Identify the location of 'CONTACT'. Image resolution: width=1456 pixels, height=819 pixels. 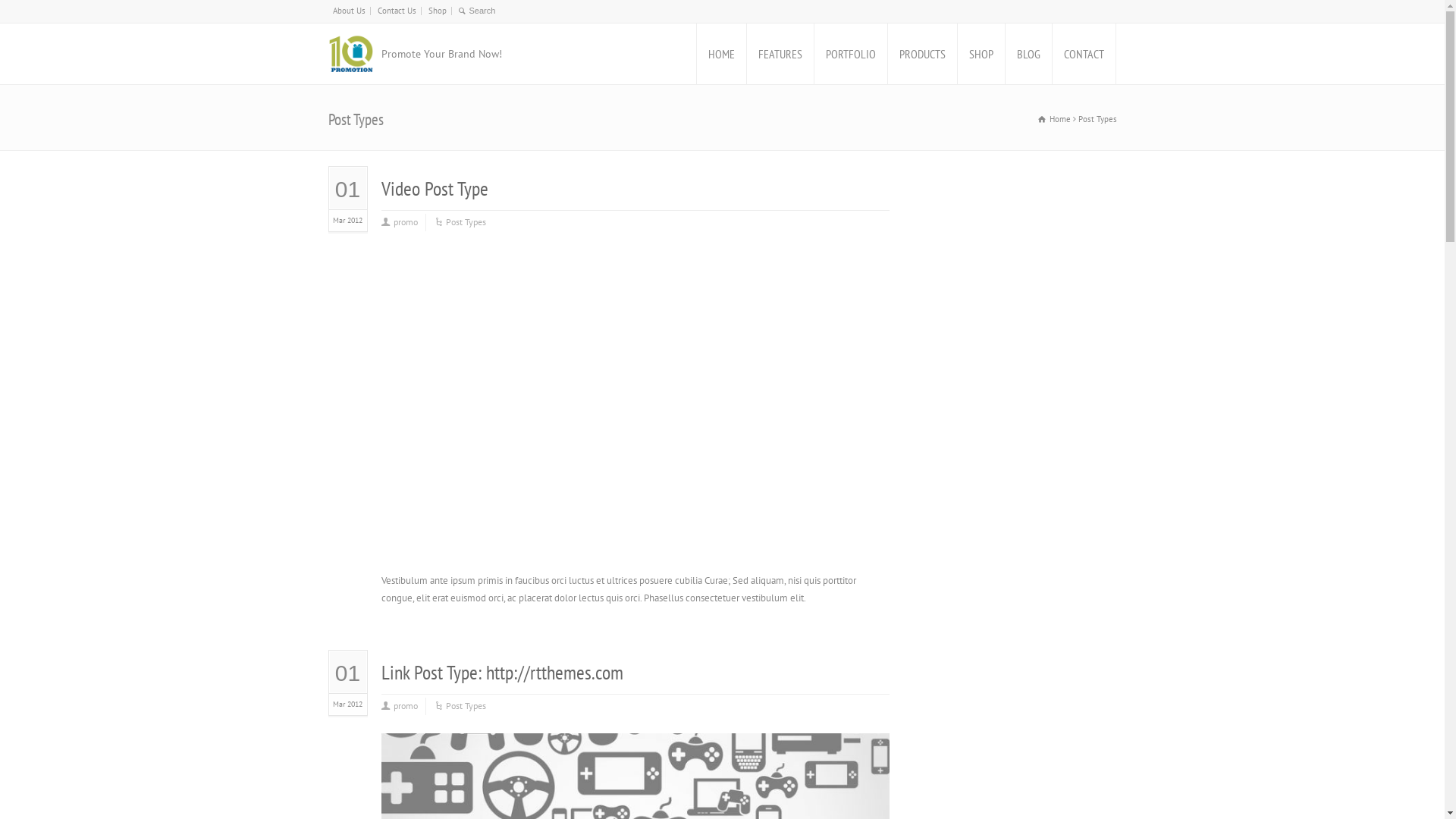
(1051, 52).